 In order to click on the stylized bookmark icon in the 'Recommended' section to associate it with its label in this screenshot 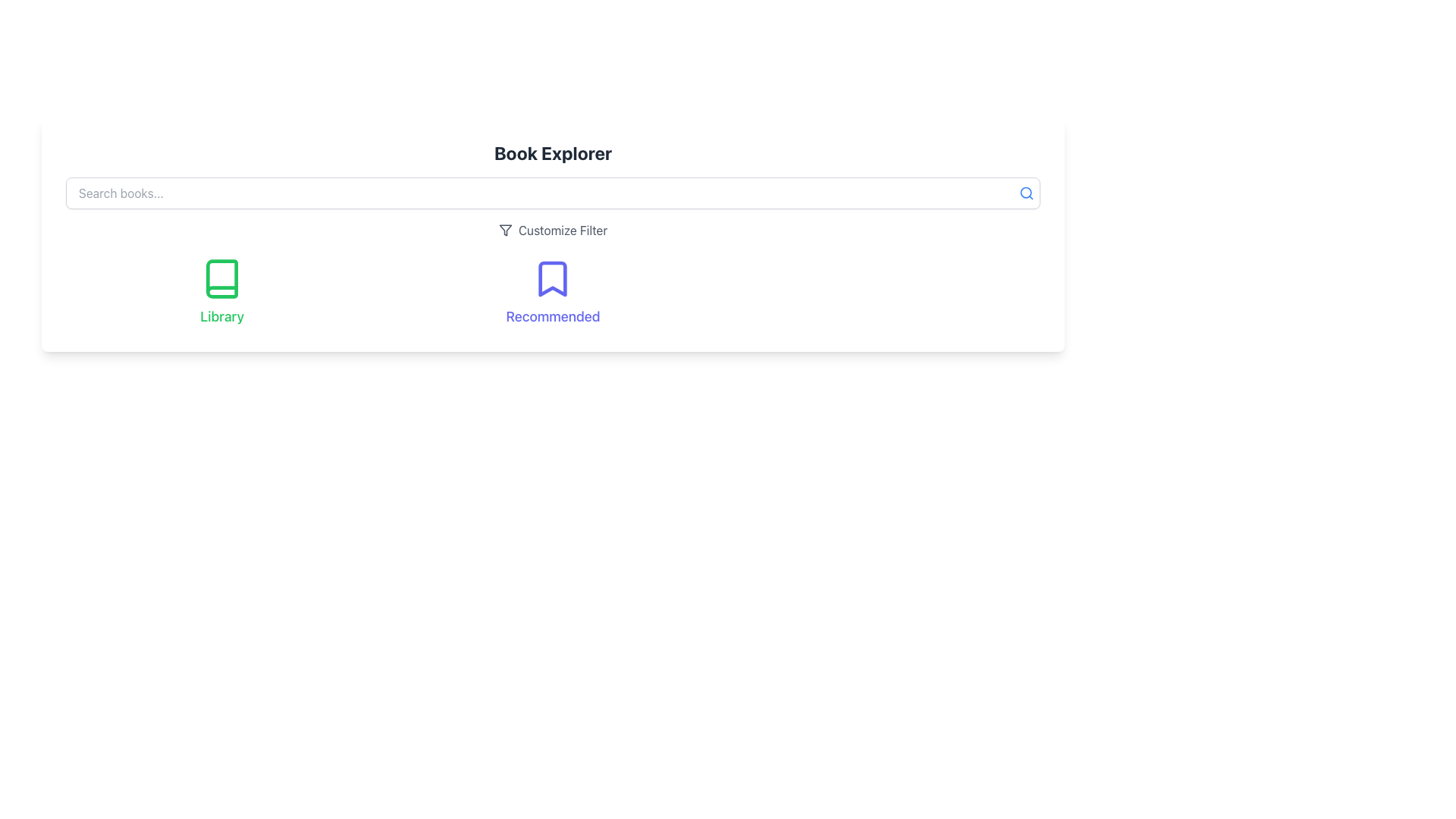, I will do `click(552, 278)`.